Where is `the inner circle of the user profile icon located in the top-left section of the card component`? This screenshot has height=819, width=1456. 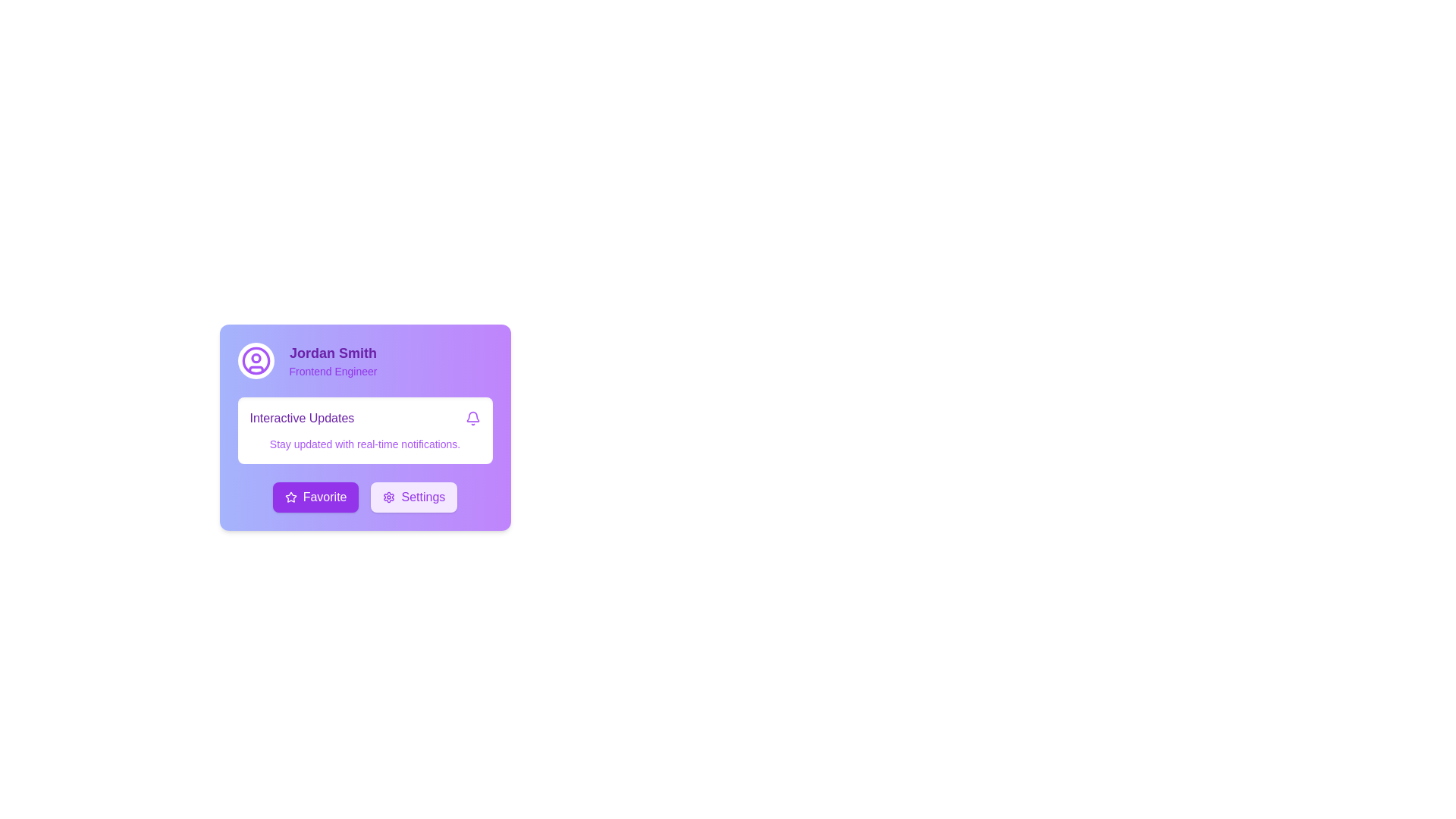
the inner circle of the user profile icon located in the top-left section of the card component is located at coordinates (256, 358).